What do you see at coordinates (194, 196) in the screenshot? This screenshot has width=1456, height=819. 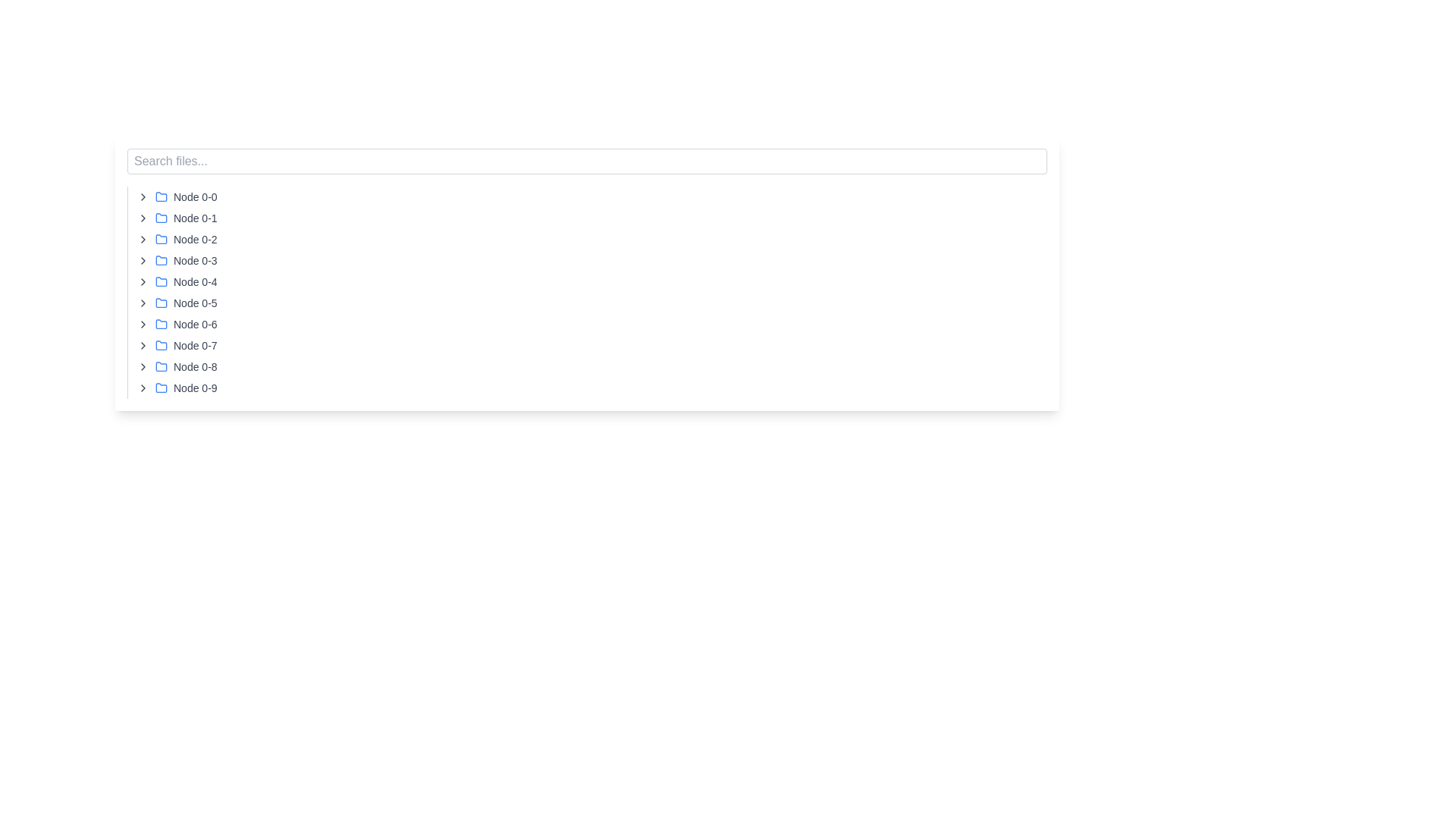 I see `the text label 'Node 0-0' located next to the blue folder icon` at bounding box center [194, 196].